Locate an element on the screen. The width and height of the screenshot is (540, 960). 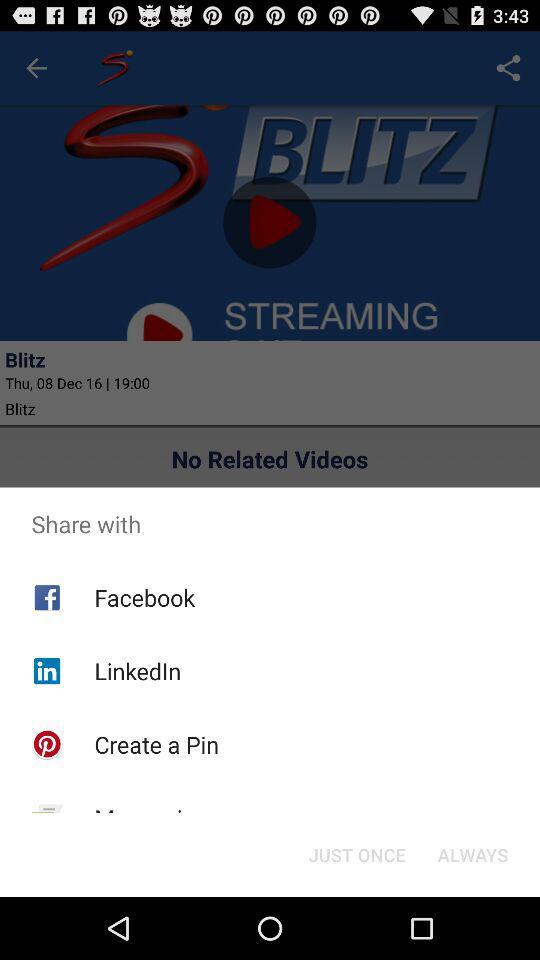
app below the share with app is located at coordinates (472, 853).